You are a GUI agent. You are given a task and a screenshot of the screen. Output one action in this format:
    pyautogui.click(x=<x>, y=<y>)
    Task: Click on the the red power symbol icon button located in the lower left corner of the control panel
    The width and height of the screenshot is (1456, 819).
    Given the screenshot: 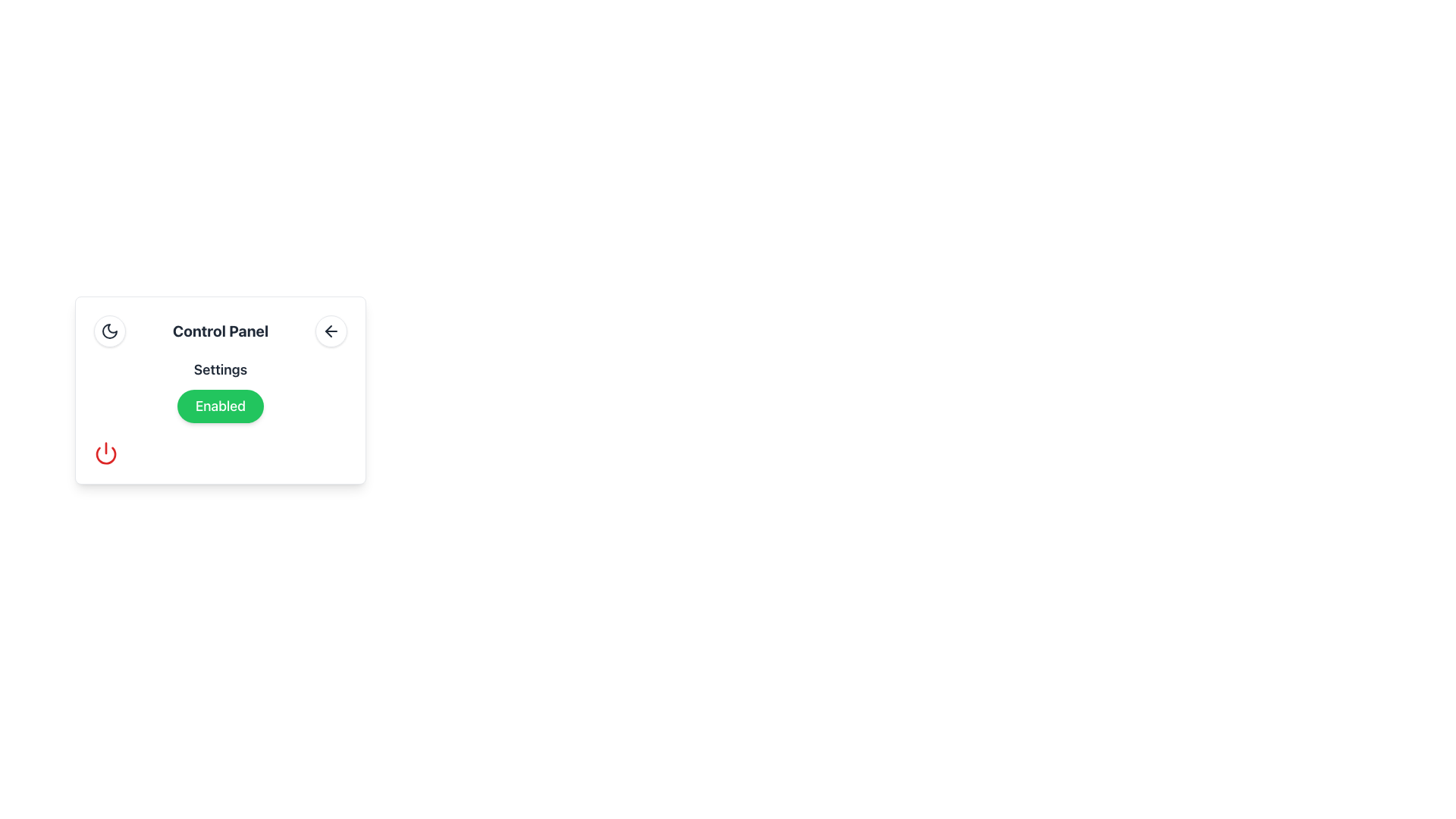 What is the action you would take?
    pyautogui.click(x=105, y=452)
    